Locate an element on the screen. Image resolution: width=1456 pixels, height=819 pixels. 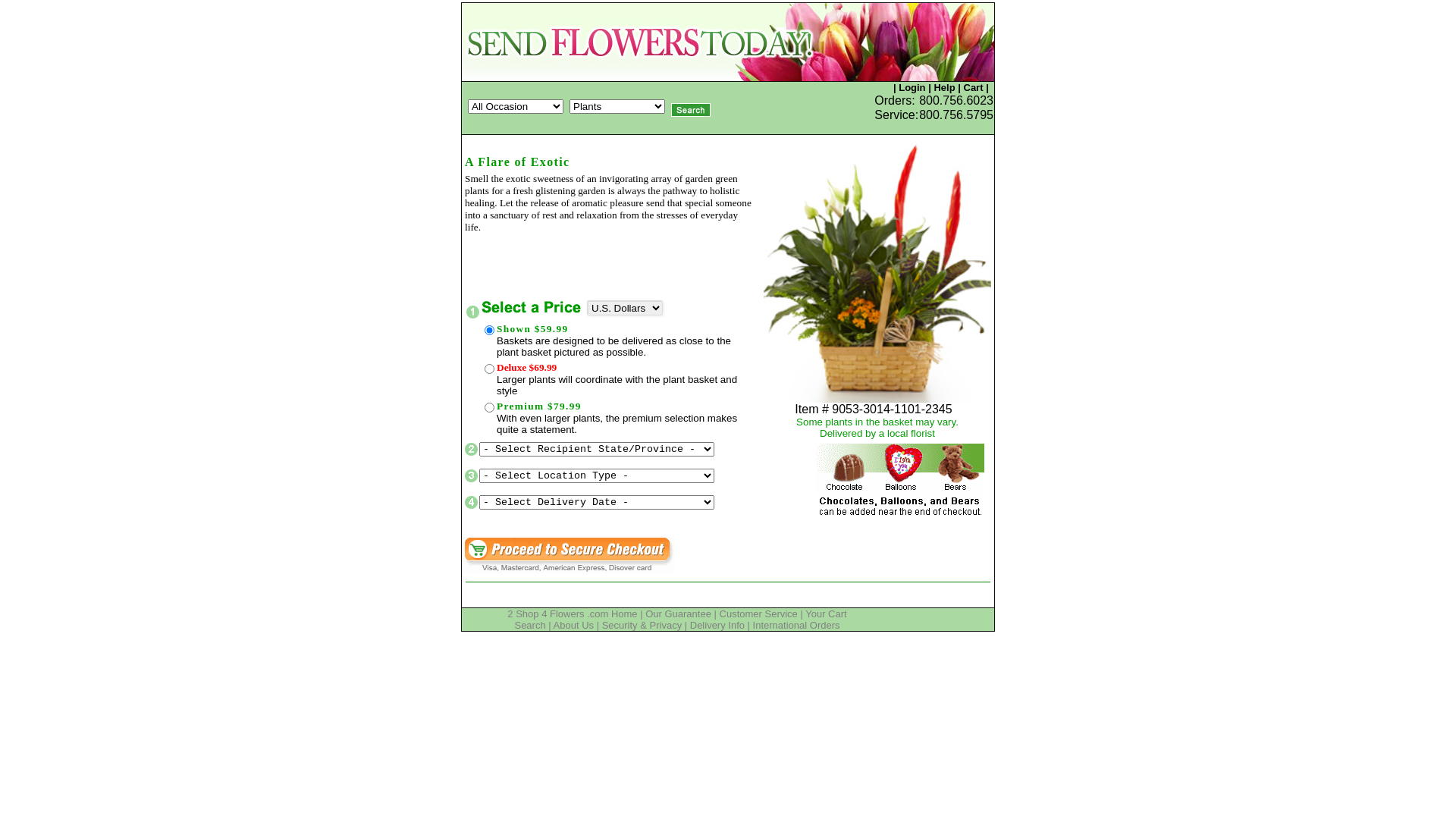
'Our Guarantee' is located at coordinates (677, 613).